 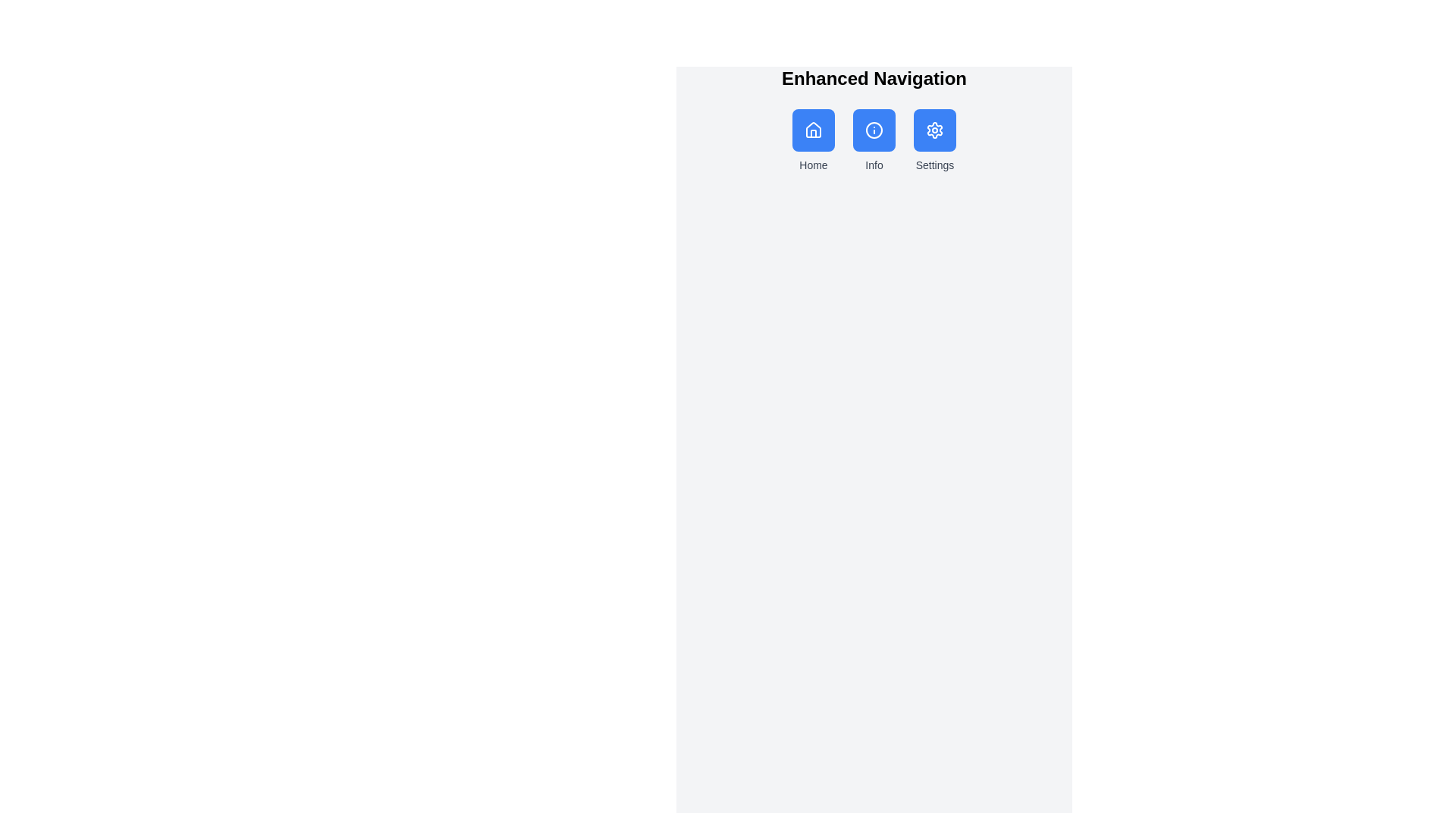 What do you see at coordinates (934, 130) in the screenshot?
I see `the settings icon integrated into the button located in the third position from the left, beneath the 'Enhanced Navigation' title` at bounding box center [934, 130].